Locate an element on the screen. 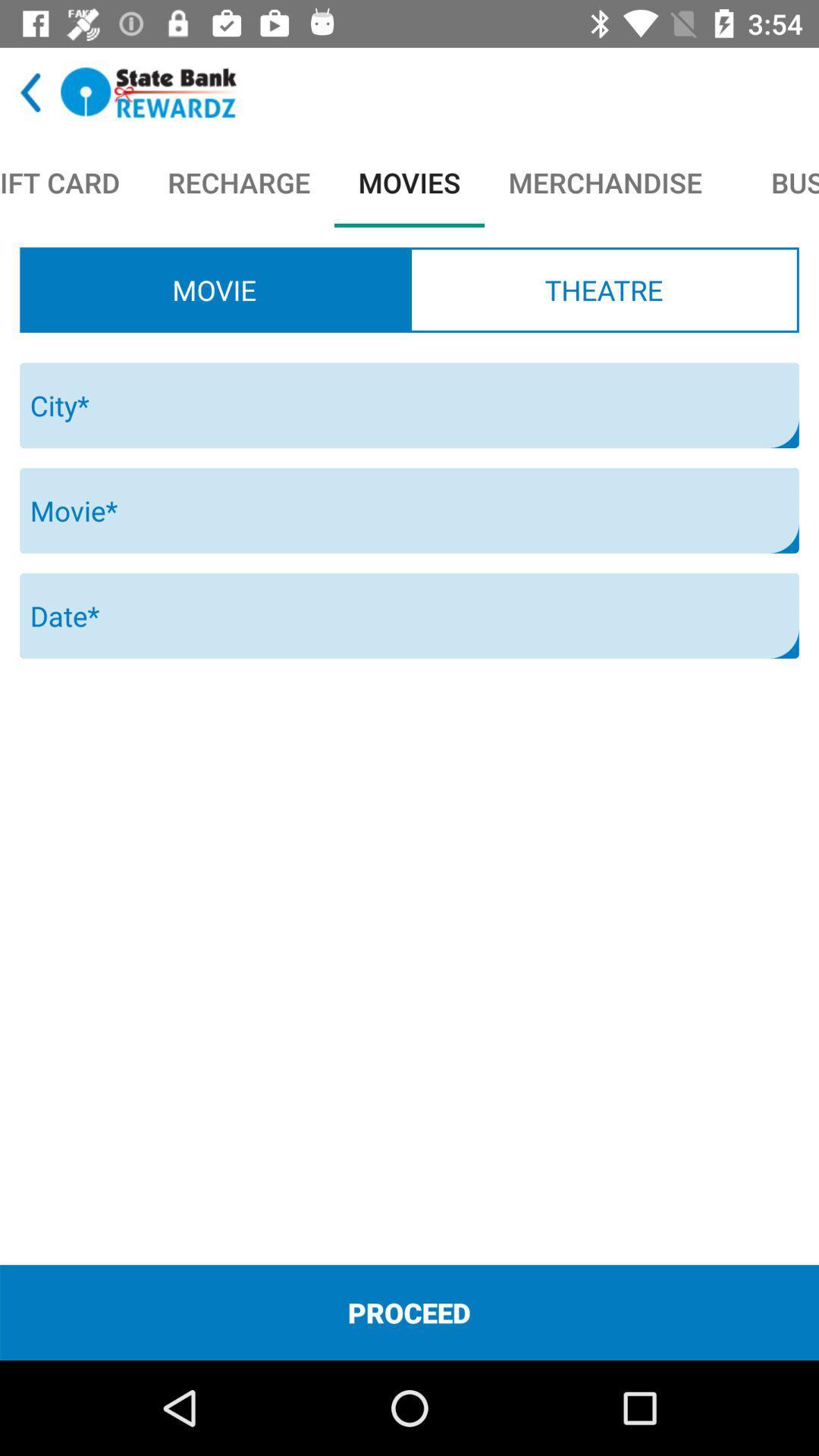 Image resolution: width=819 pixels, height=1456 pixels. the proceed item is located at coordinates (409, 1312).